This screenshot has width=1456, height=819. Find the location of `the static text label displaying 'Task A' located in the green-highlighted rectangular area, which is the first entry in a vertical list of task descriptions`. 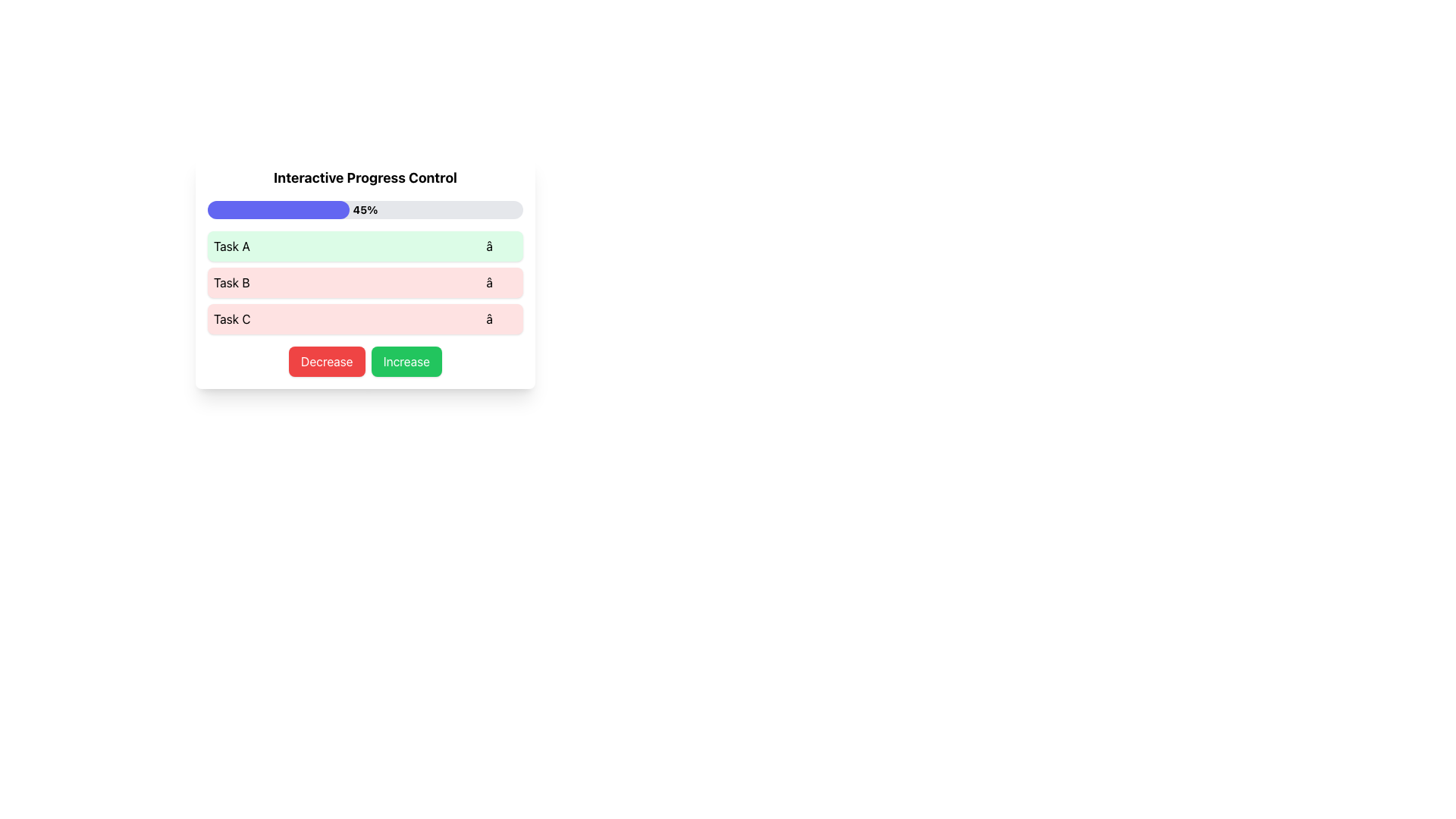

the static text label displaying 'Task A' located in the green-highlighted rectangular area, which is the first entry in a vertical list of task descriptions is located at coordinates (231, 245).